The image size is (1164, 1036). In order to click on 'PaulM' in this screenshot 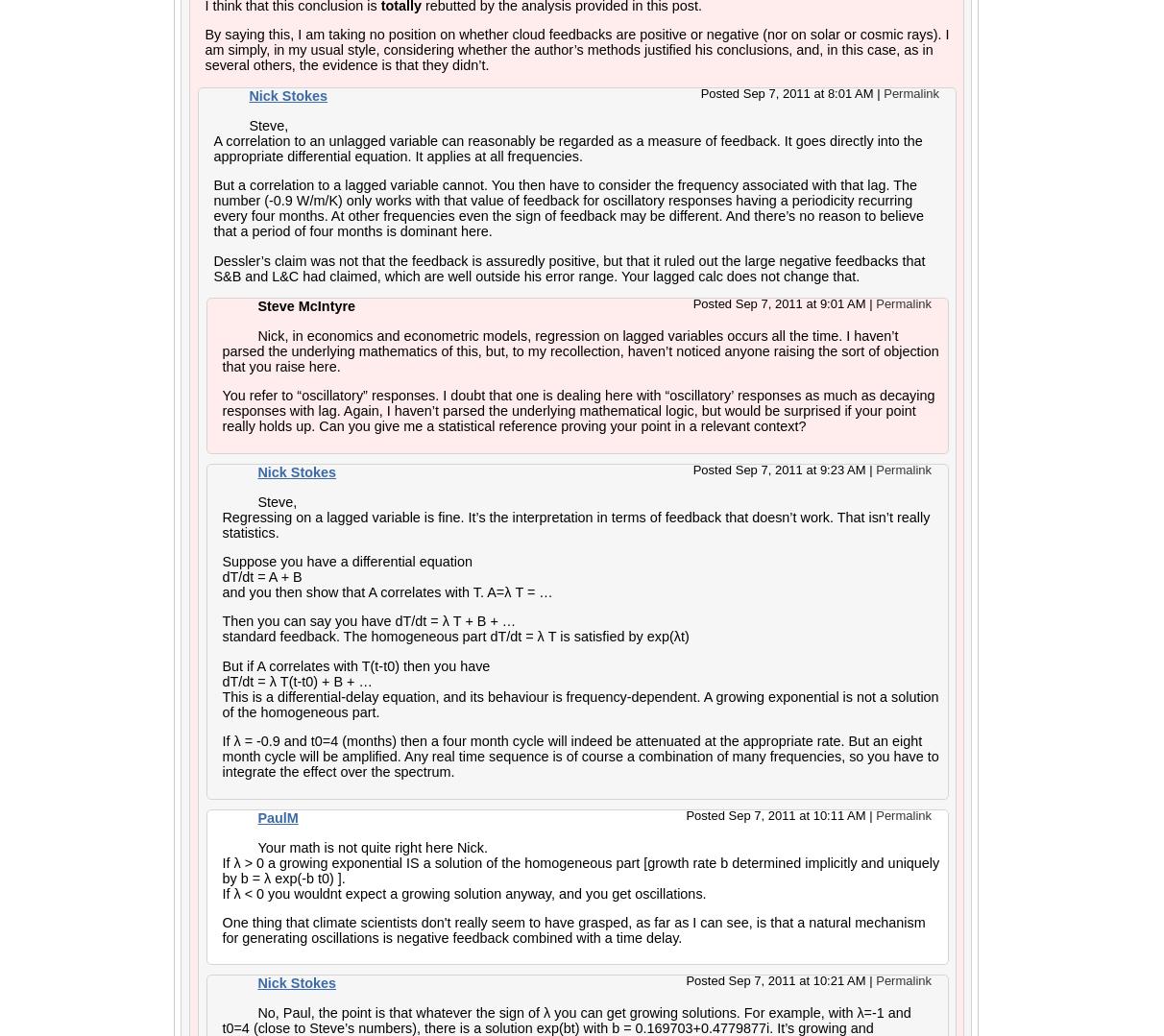, I will do `click(277, 817)`.